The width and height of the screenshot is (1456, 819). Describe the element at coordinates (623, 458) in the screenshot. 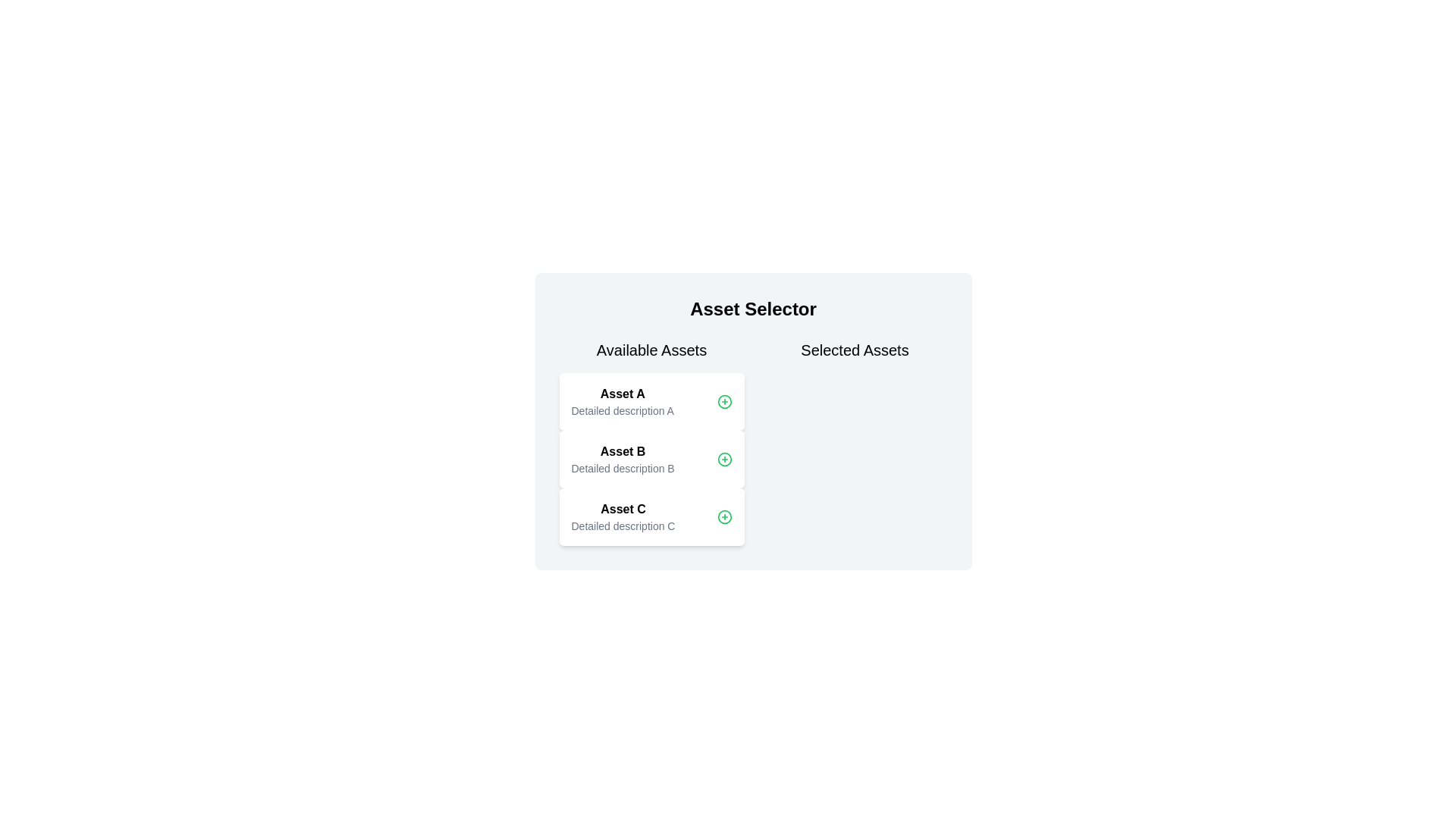

I see `information displayed in the second card of the asset list, which provides the title and description of the asset` at that location.